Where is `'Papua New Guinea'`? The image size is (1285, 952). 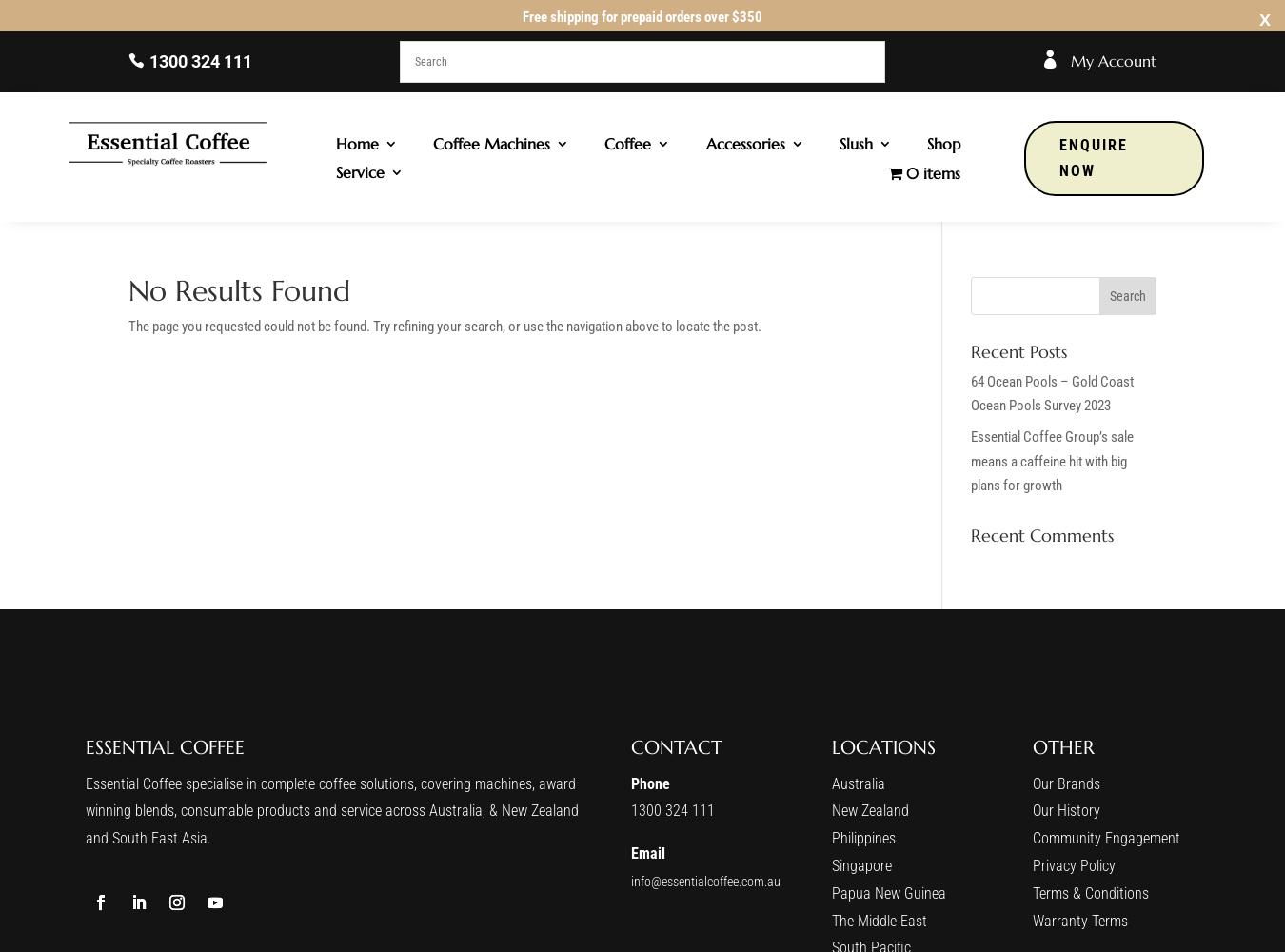
'Papua New Guinea' is located at coordinates (886, 892).